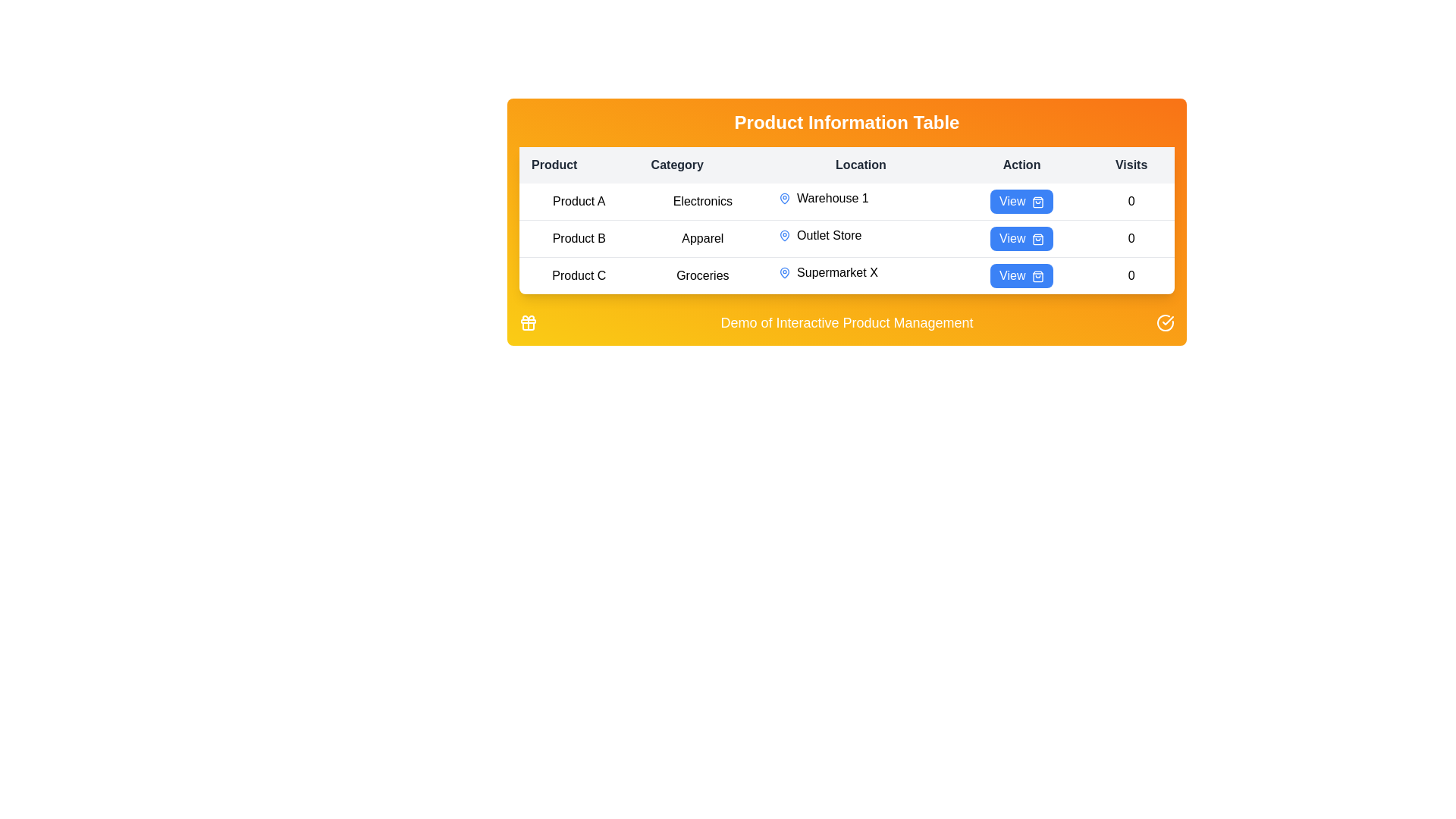 This screenshot has width=1456, height=819. I want to click on the fourth header cell in the table that labels the 'Action' column, located between 'Location' and 'Visits', so click(1021, 165).